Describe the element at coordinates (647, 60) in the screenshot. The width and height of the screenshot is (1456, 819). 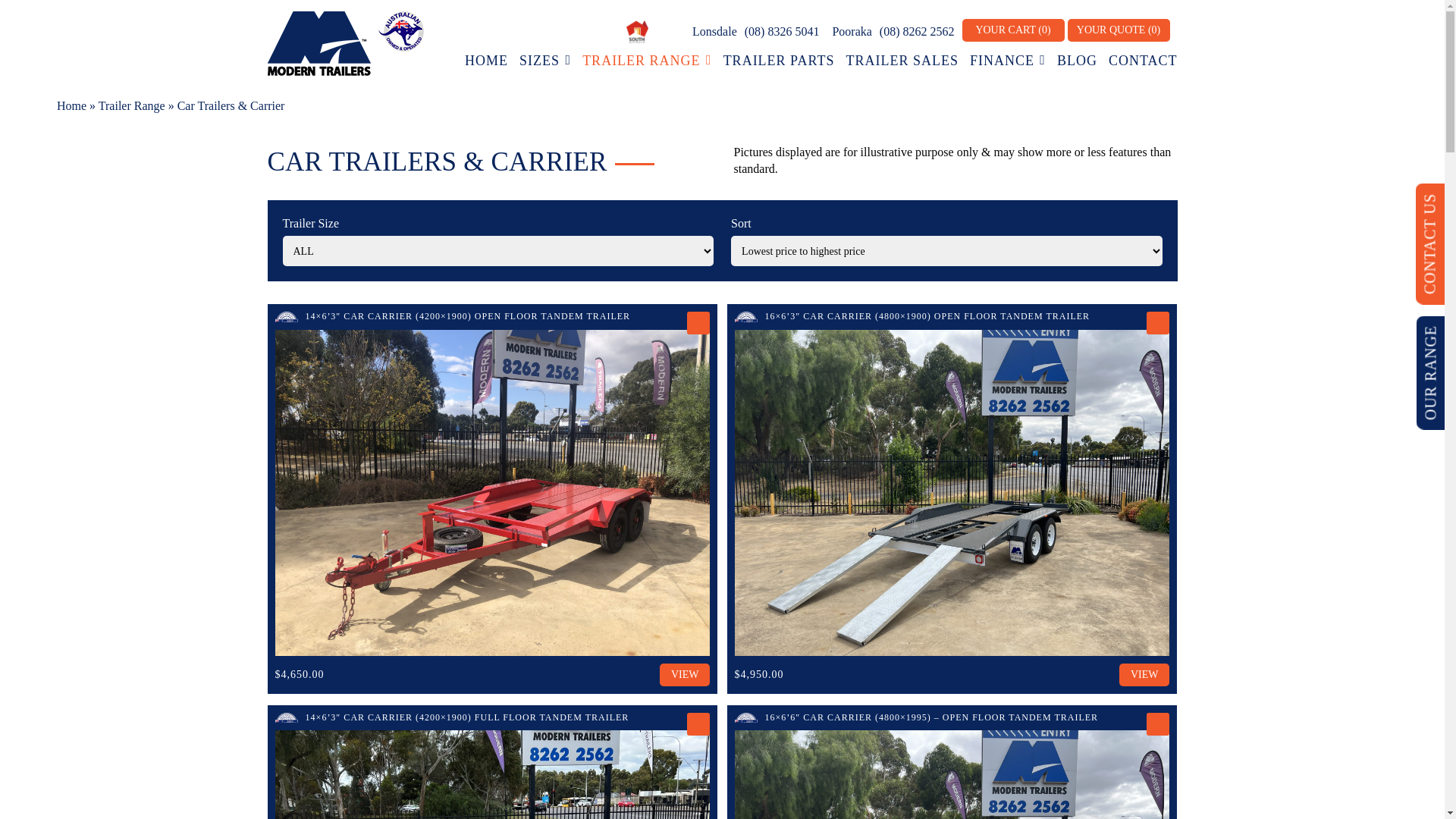
I see `'TRAILER RANGE'` at that location.